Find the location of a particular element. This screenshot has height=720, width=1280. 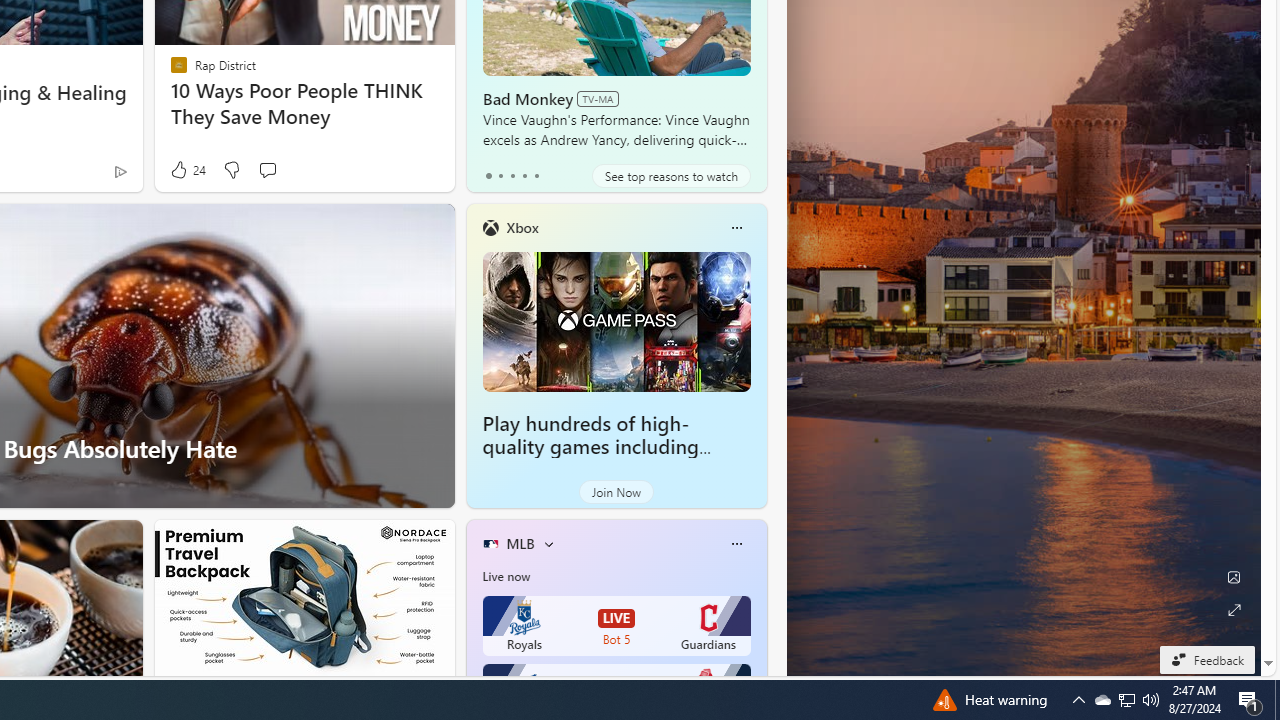

'tab-2' is located at coordinates (512, 175).